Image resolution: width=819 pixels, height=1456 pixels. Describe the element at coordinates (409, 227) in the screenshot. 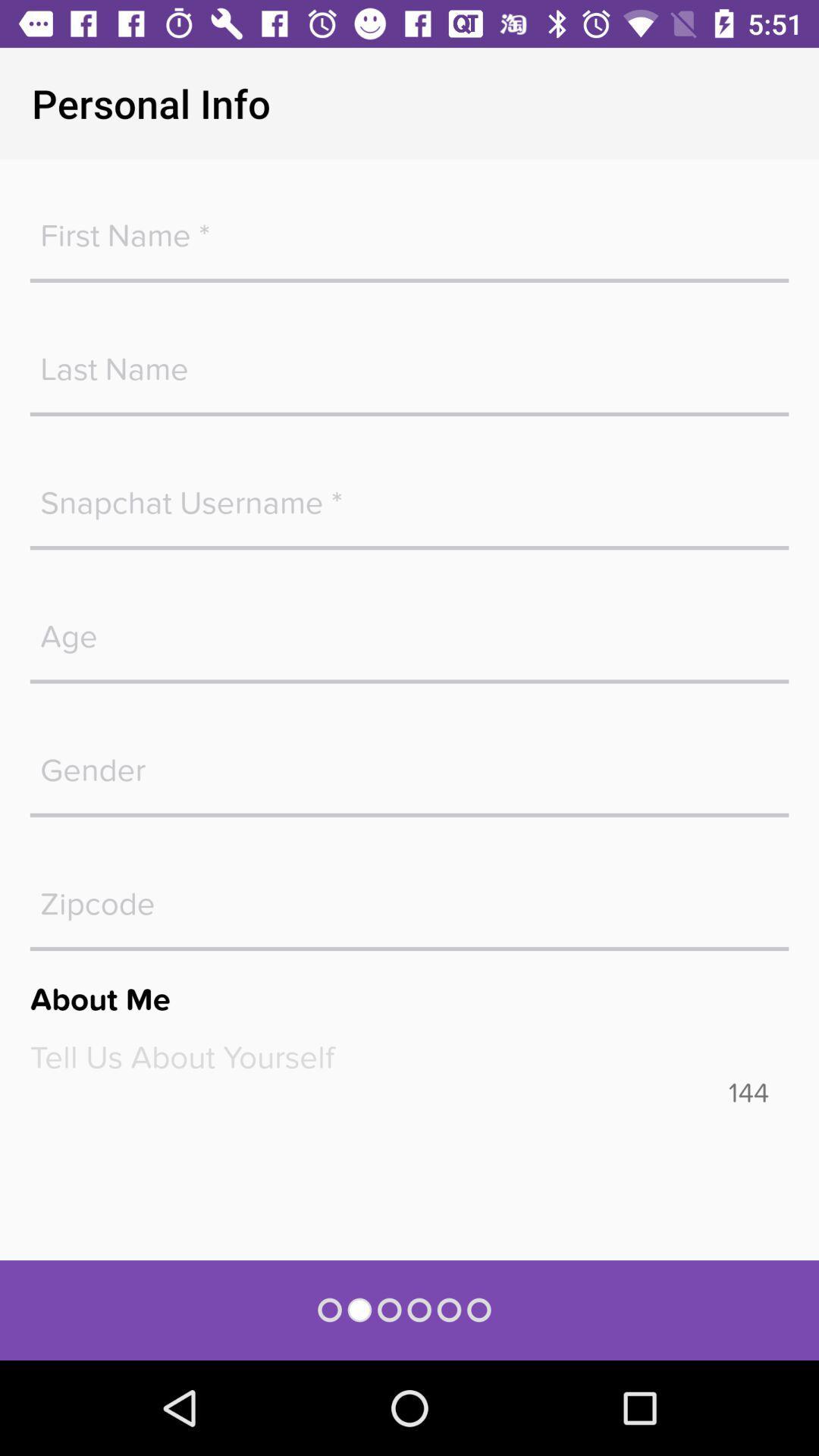

I see `input name` at that location.